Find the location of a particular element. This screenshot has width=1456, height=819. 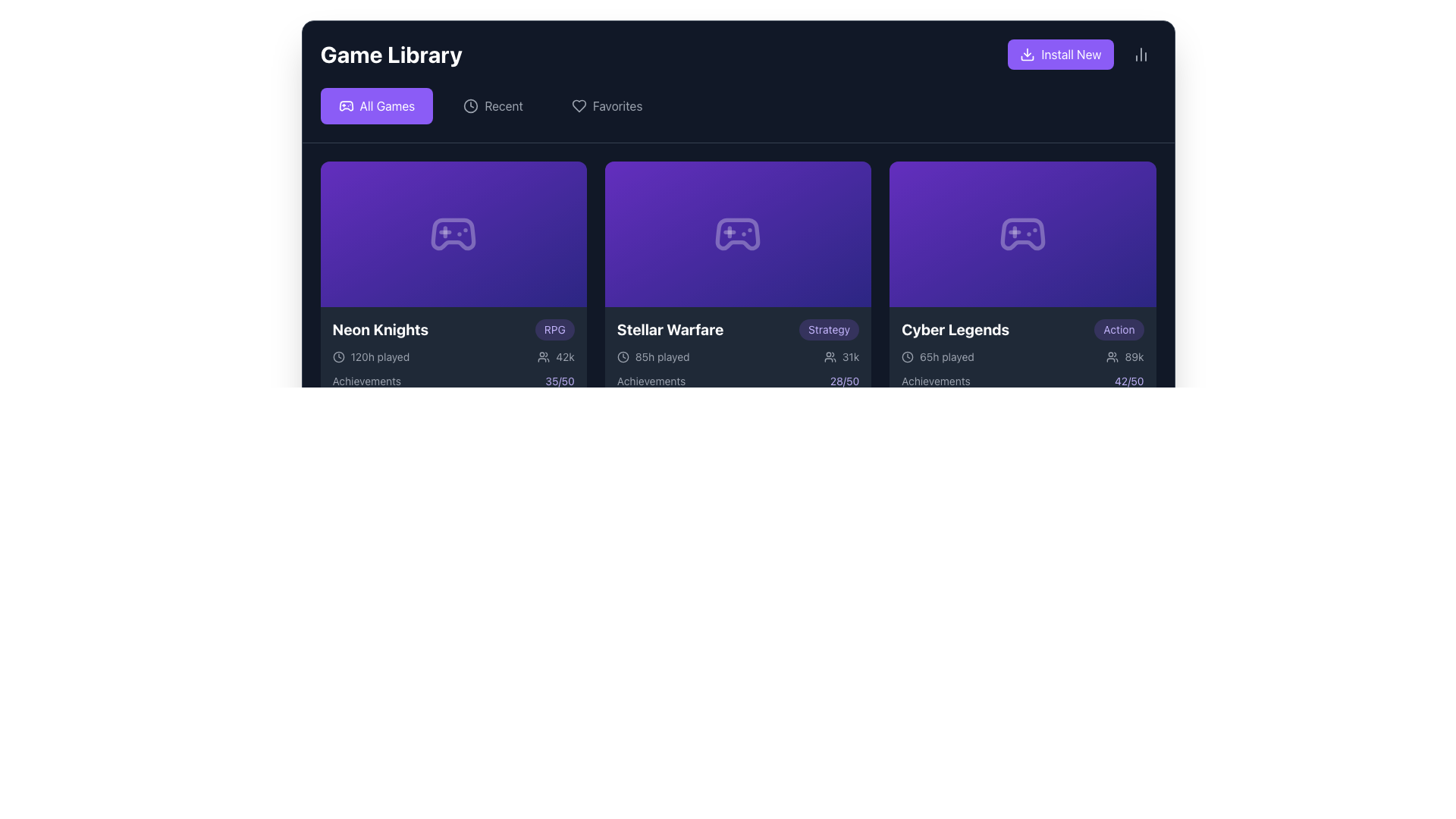

the 'Install New' button text, which is displayed in bold white font on a purple background, located in the top-right section of the interface is located at coordinates (1070, 54).